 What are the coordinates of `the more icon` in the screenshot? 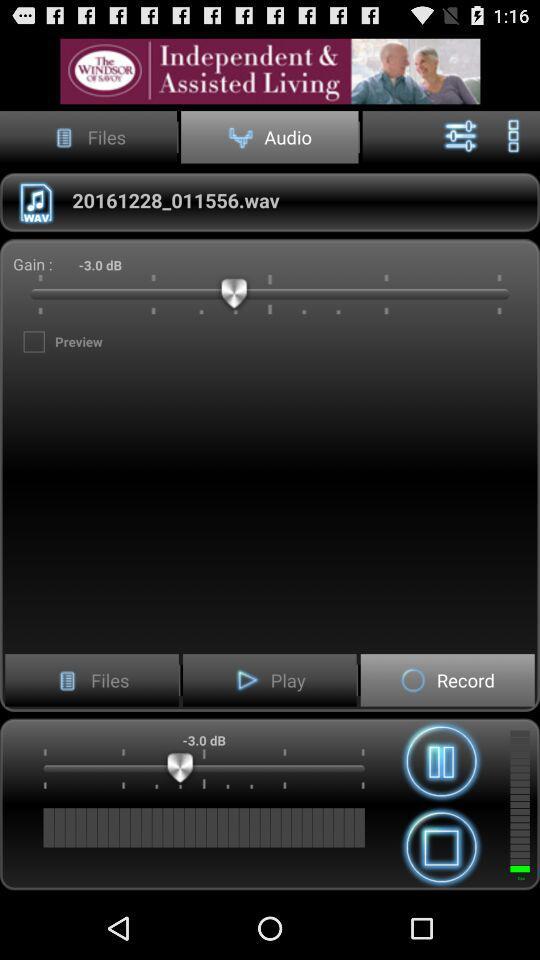 It's located at (513, 144).